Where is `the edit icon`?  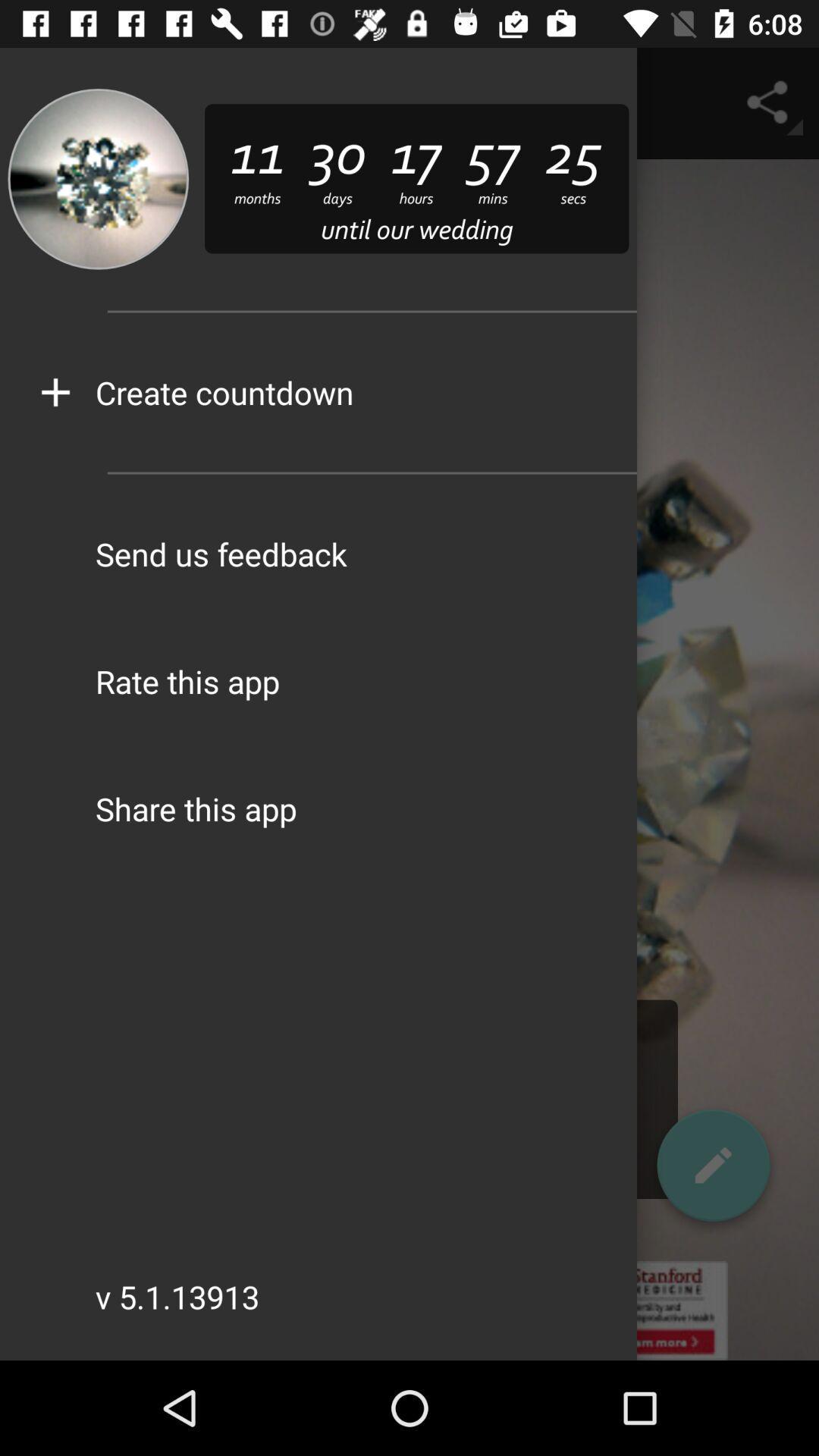
the edit icon is located at coordinates (713, 1170).